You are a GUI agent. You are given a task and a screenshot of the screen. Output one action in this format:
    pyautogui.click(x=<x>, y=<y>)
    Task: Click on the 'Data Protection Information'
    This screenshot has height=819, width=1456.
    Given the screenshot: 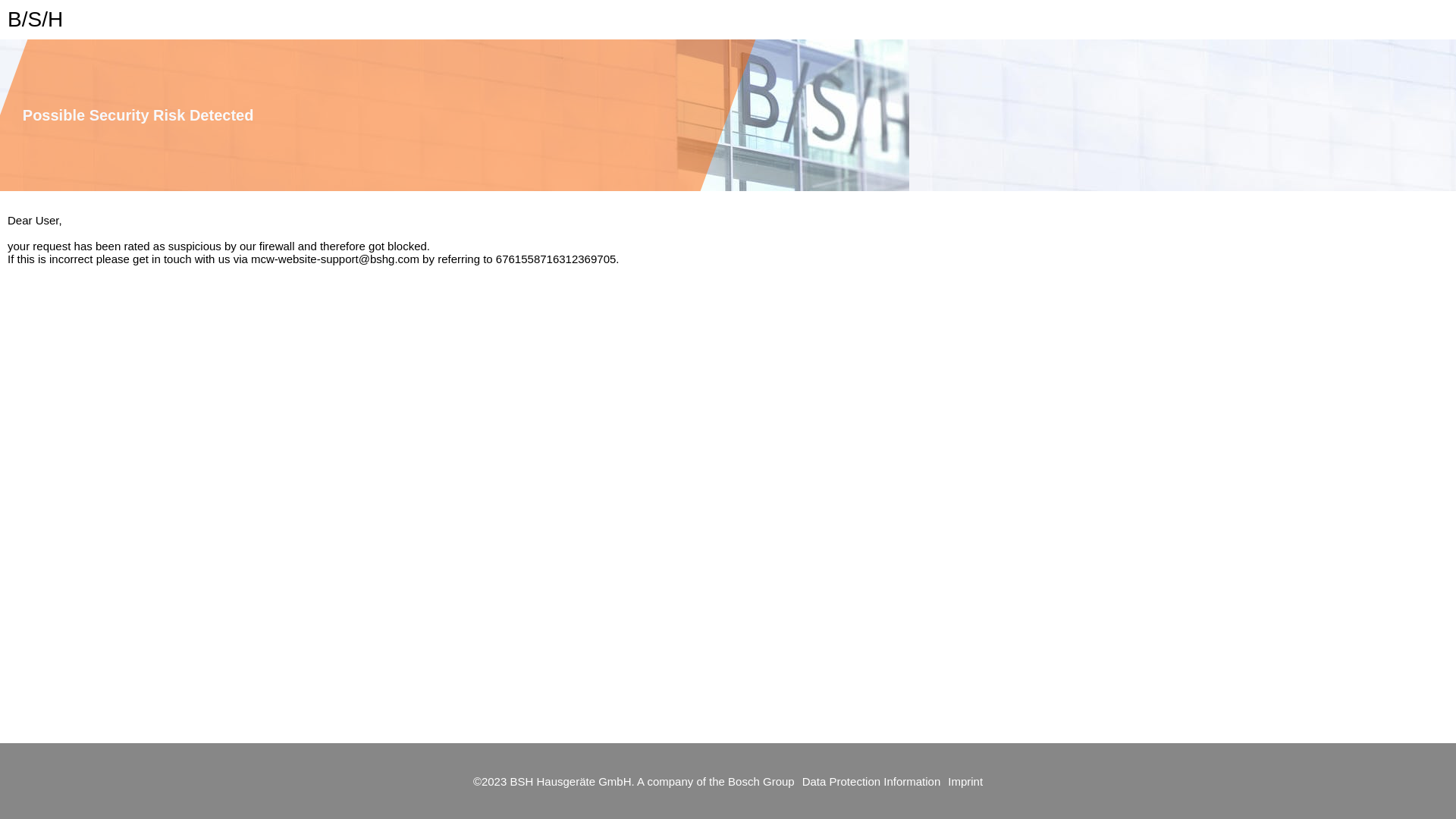 What is the action you would take?
    pyautogui.click(x=871, y=781)
    